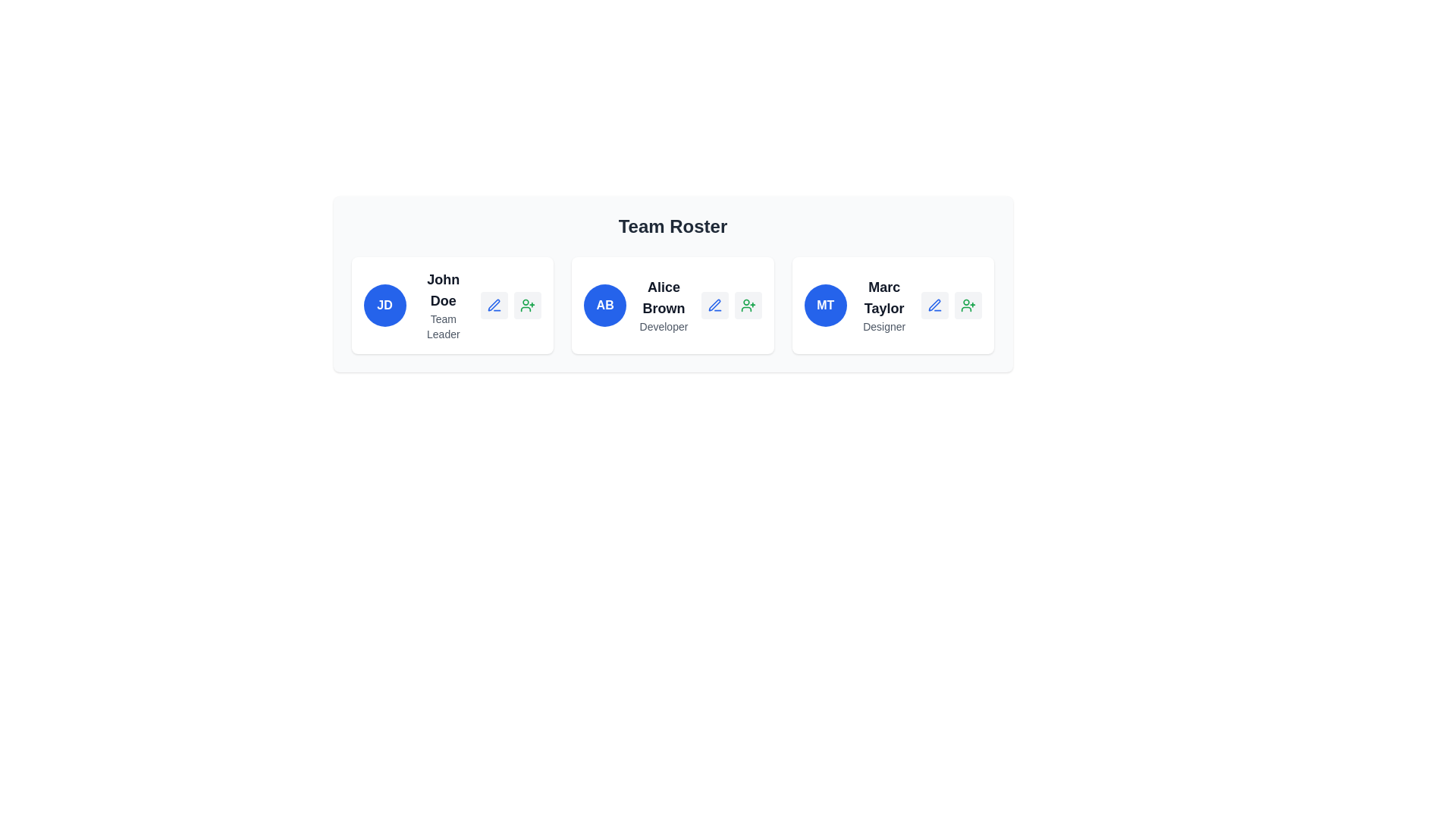 The width and height of the screenshot is (1456, 819). Describe the element at coordinates (494, 305) in the screenshot. I see `the edit button with a pen icon in the card for John Doe to initiate editing` at that location.